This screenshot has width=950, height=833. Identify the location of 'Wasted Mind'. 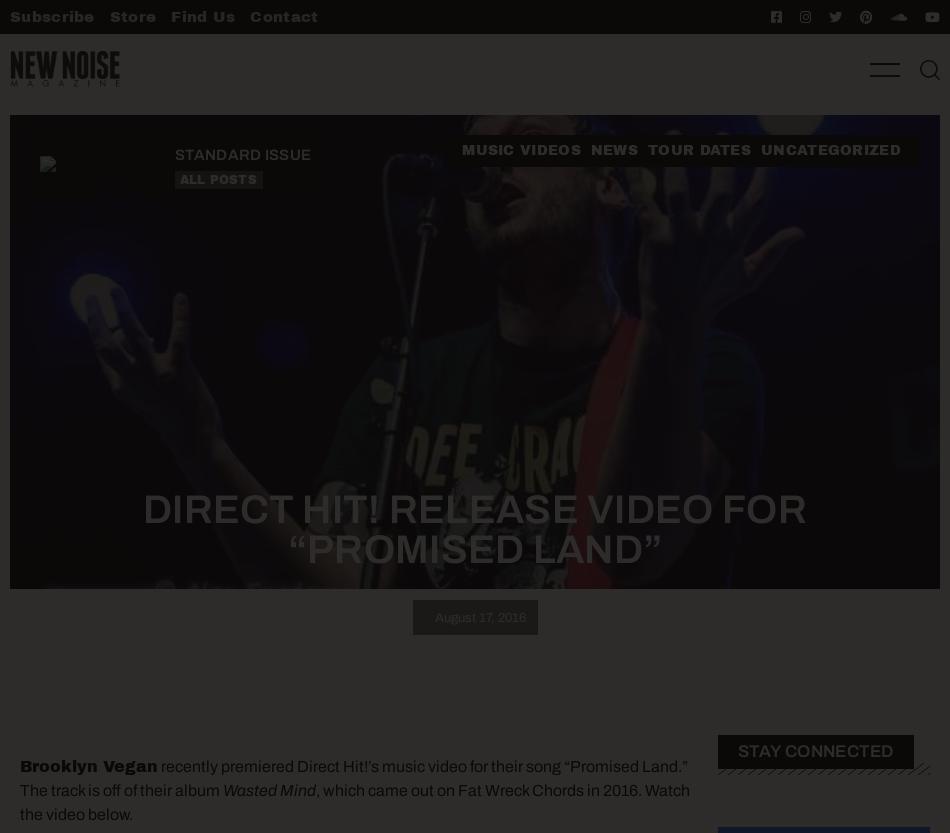
(268, 788).